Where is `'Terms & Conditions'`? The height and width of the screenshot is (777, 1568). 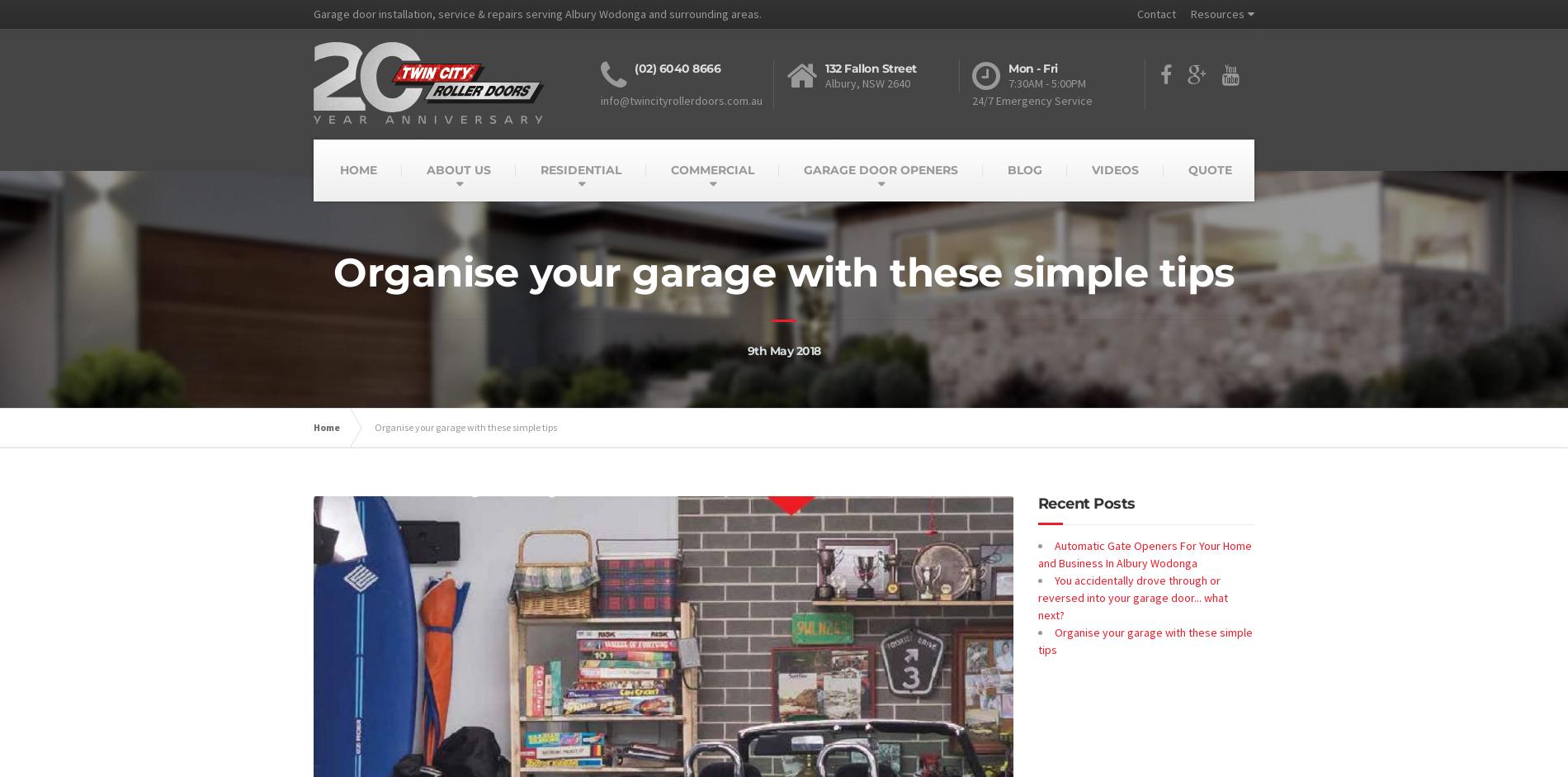
'Terms & Conditions' is located at coordinates (1238, 66).